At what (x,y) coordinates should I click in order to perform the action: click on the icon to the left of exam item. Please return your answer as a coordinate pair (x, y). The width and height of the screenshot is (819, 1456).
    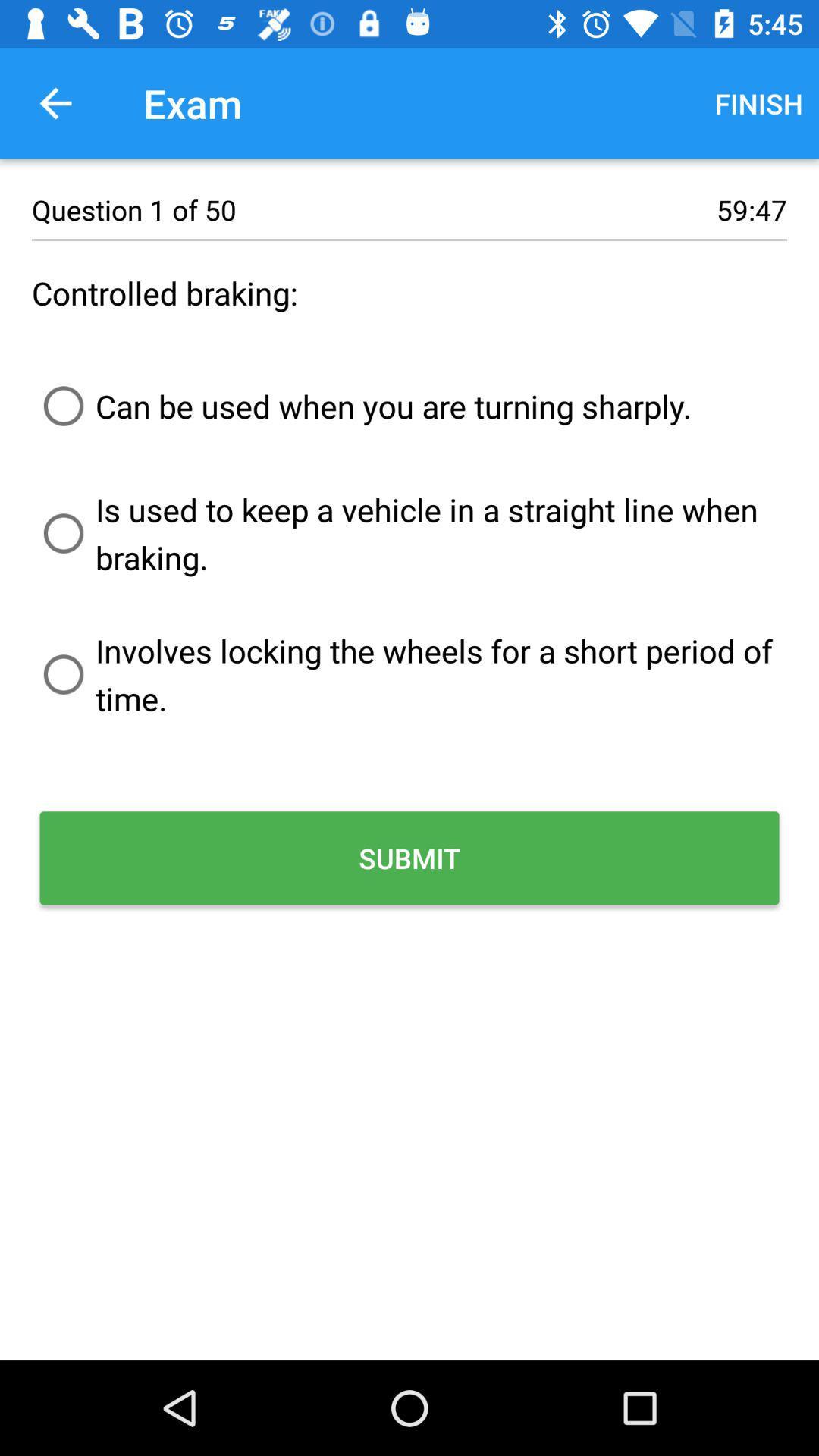
    Looking at the image, I should click on (55, 102).